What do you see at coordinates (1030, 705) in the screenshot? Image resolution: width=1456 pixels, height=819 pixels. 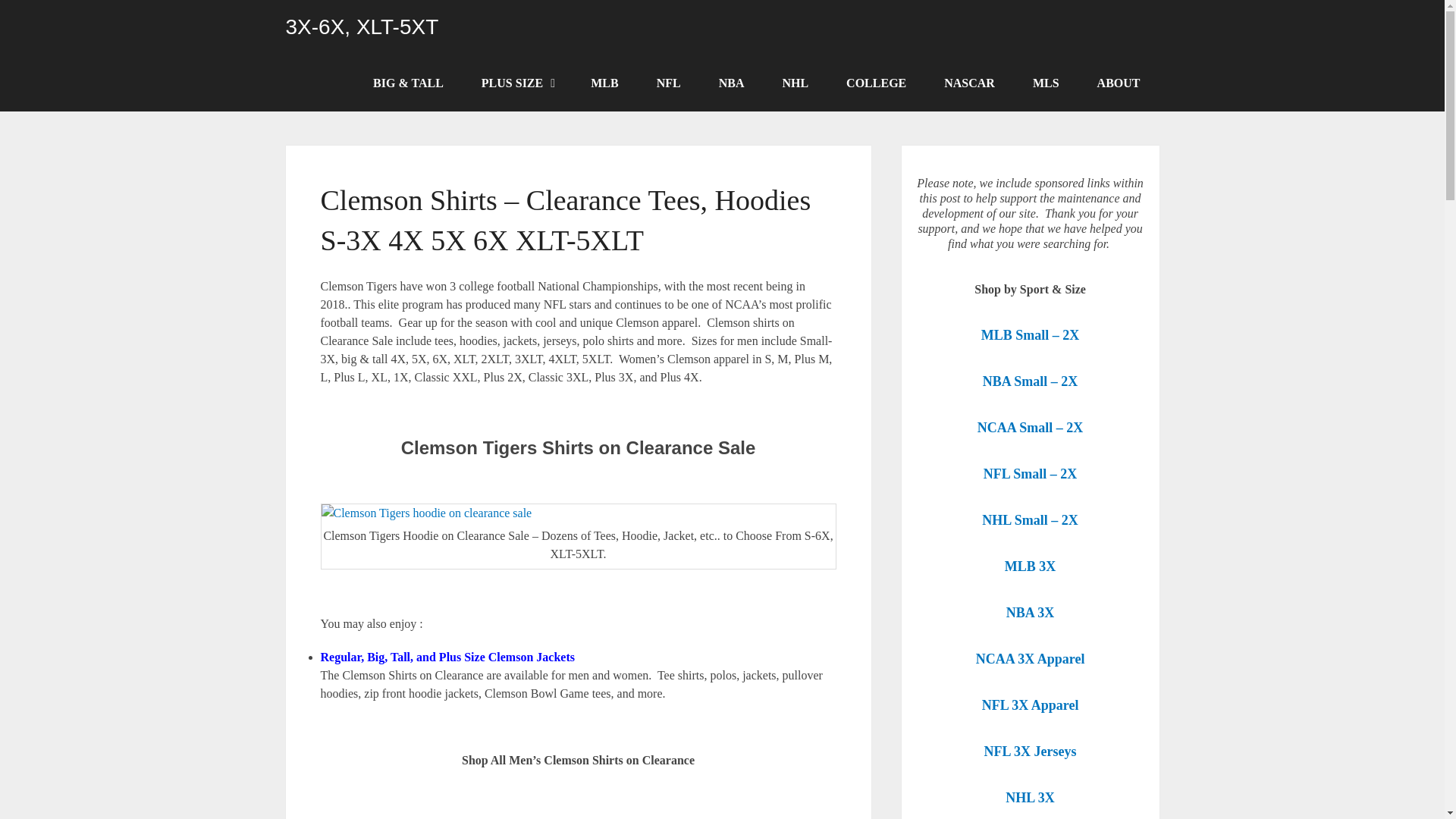 I see `'NFL 3X Apparel'` at bounding box center [1030, 705].